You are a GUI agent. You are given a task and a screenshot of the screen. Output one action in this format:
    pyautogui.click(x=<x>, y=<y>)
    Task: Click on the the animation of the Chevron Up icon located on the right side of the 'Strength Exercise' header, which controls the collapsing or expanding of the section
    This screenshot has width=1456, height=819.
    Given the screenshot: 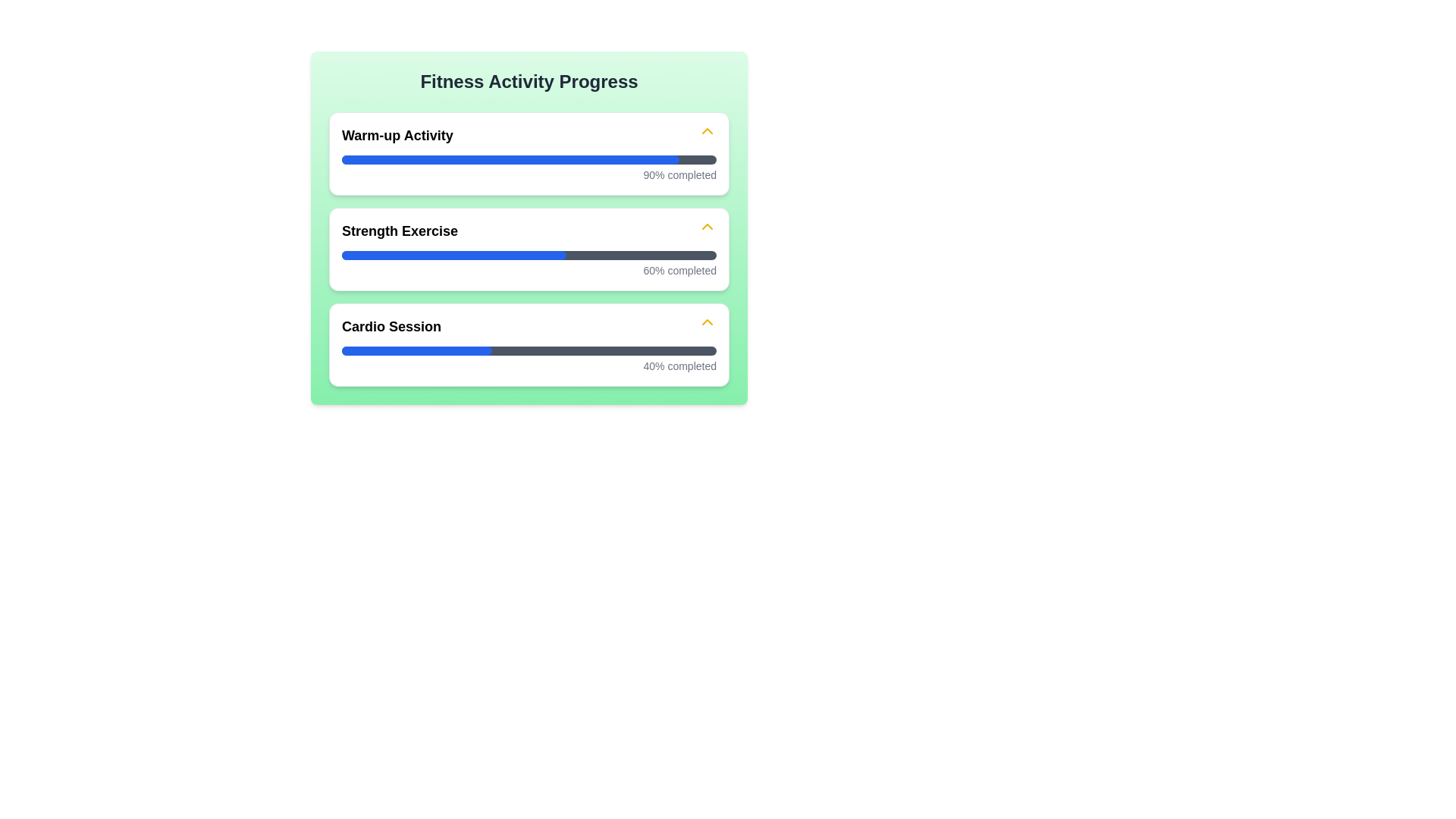 What is the action you would take?
    pyautogui.click(x=706, y=228)
    